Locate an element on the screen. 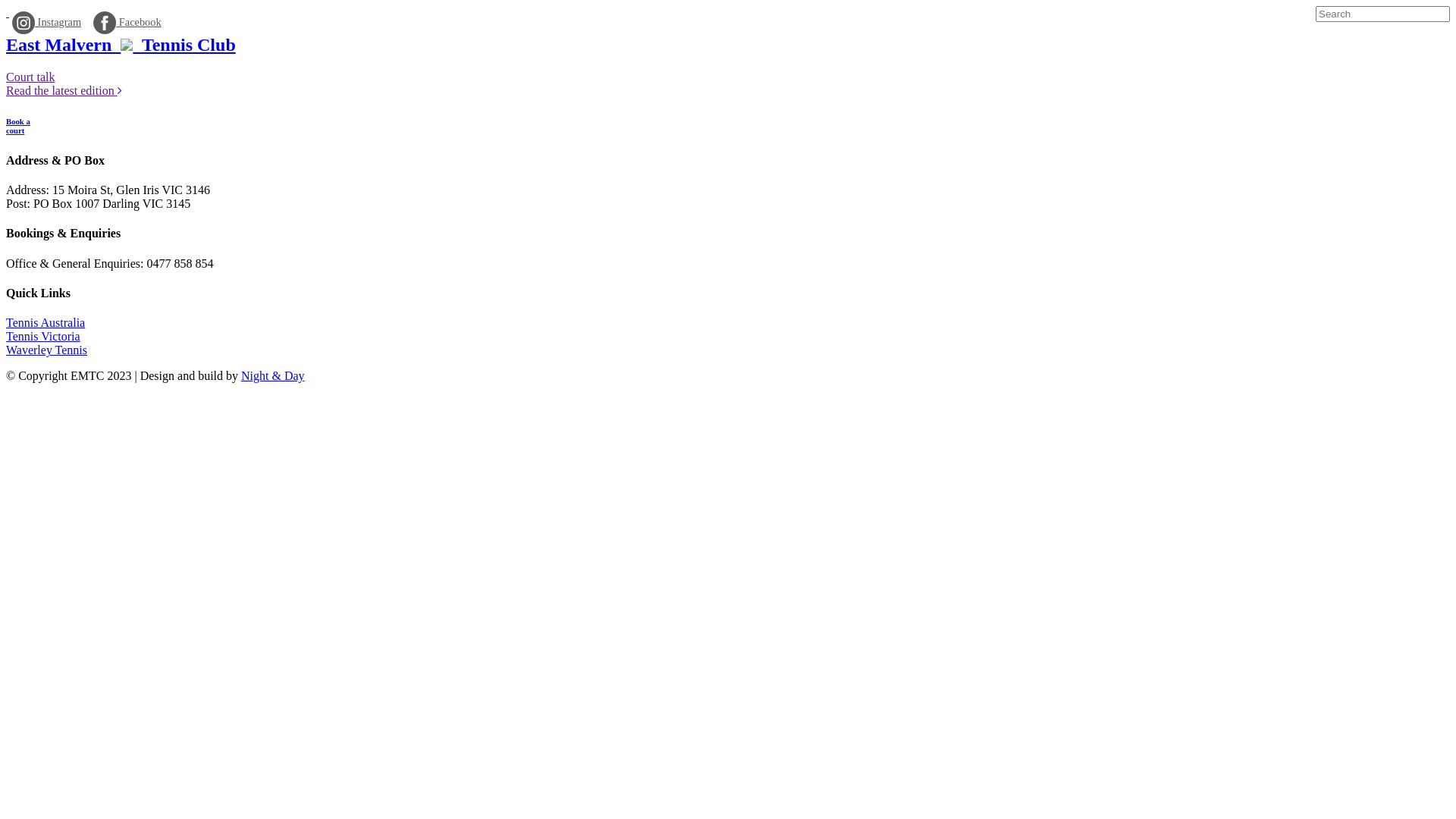 This screenshot has height=819, width=1456. ' ' is located at coordinates (7, 12).